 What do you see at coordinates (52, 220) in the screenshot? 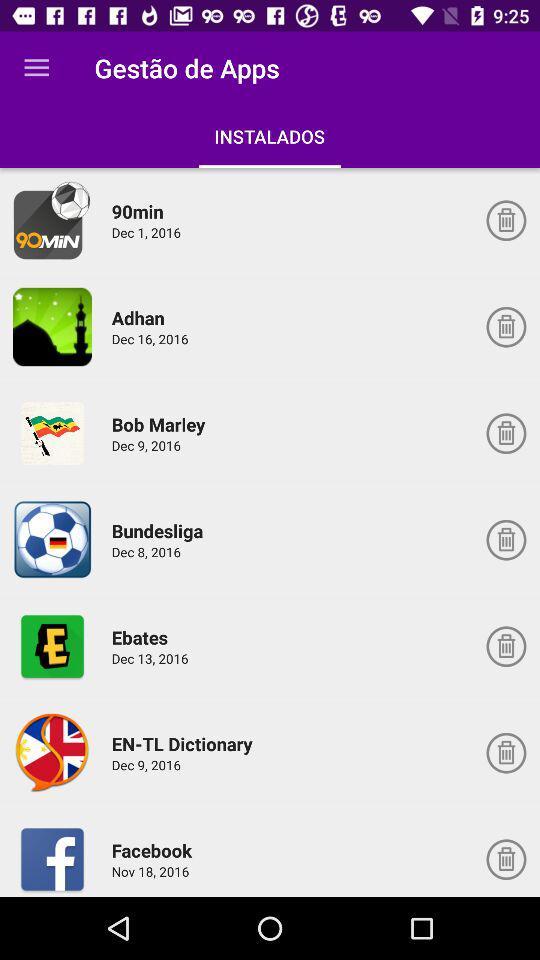
I see `the 90min app` at bounding box center [52, 220].